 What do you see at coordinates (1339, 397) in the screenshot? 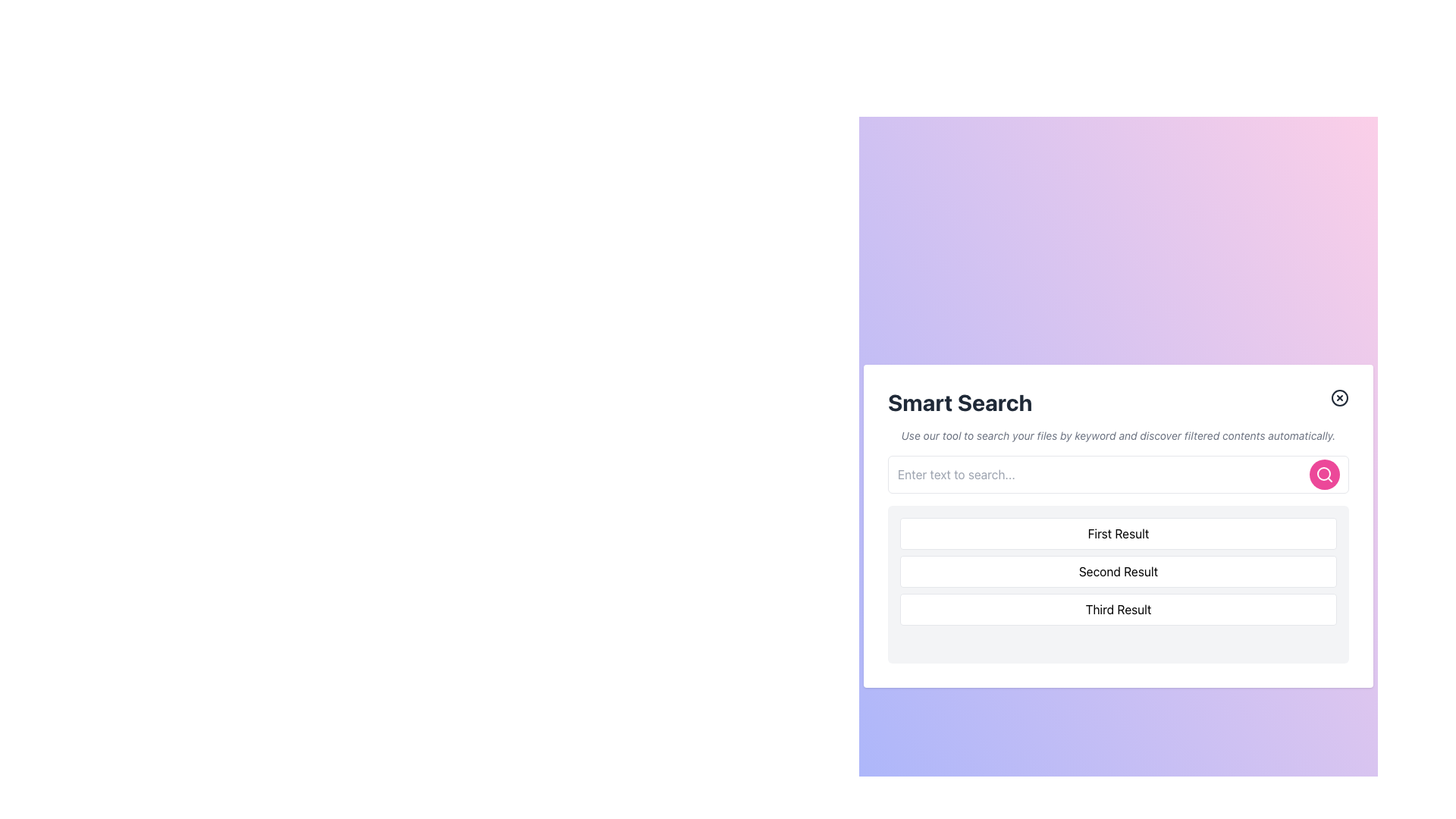
I see `the close button icon, represented by a circle with a cross inside it, located to the right of the 'Smart Search' title text` at bounding box center [1339, 397].